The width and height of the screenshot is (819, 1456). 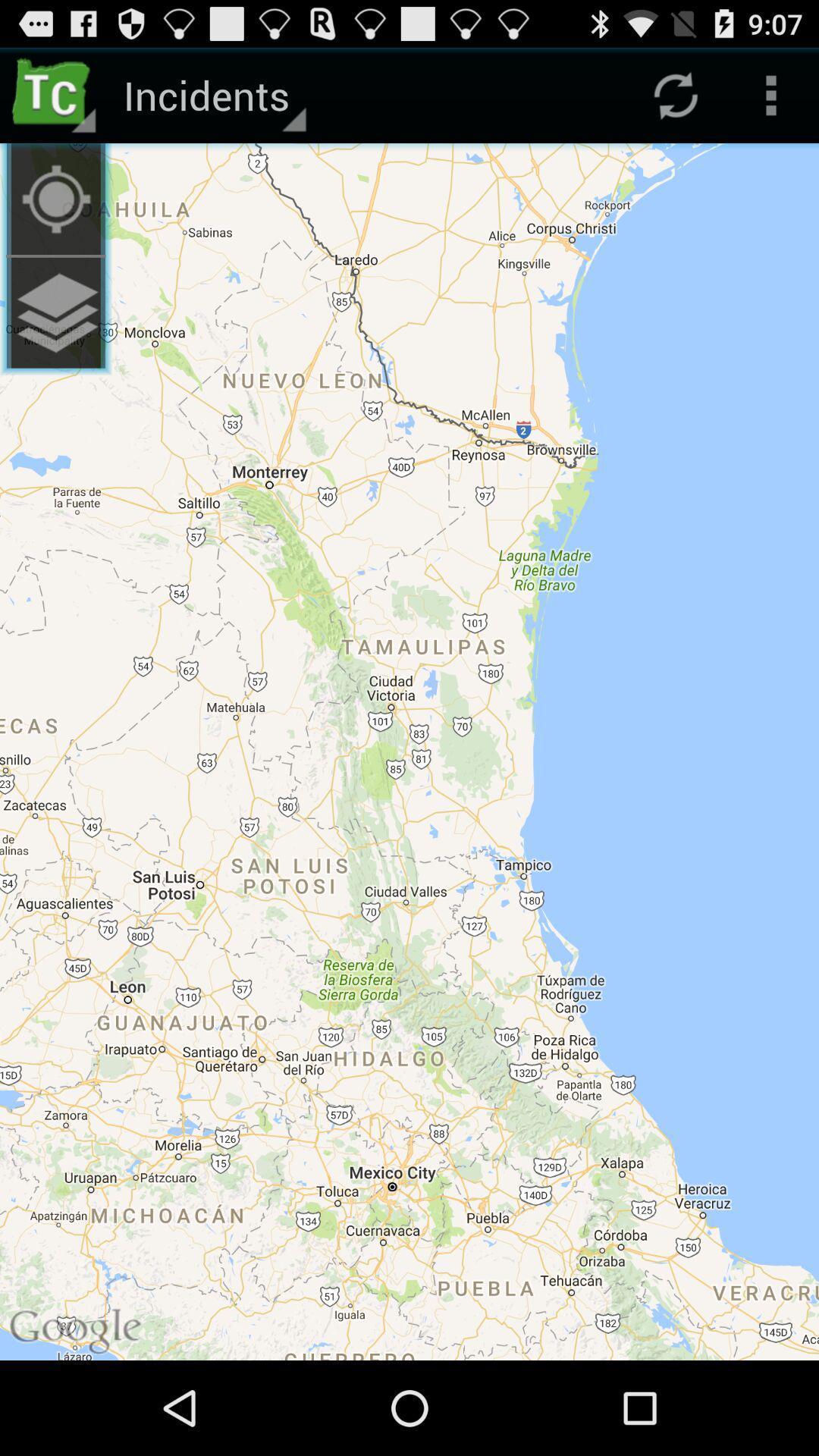 I want to click on icon to the left of the incidents item, so click(x=55, y=94).